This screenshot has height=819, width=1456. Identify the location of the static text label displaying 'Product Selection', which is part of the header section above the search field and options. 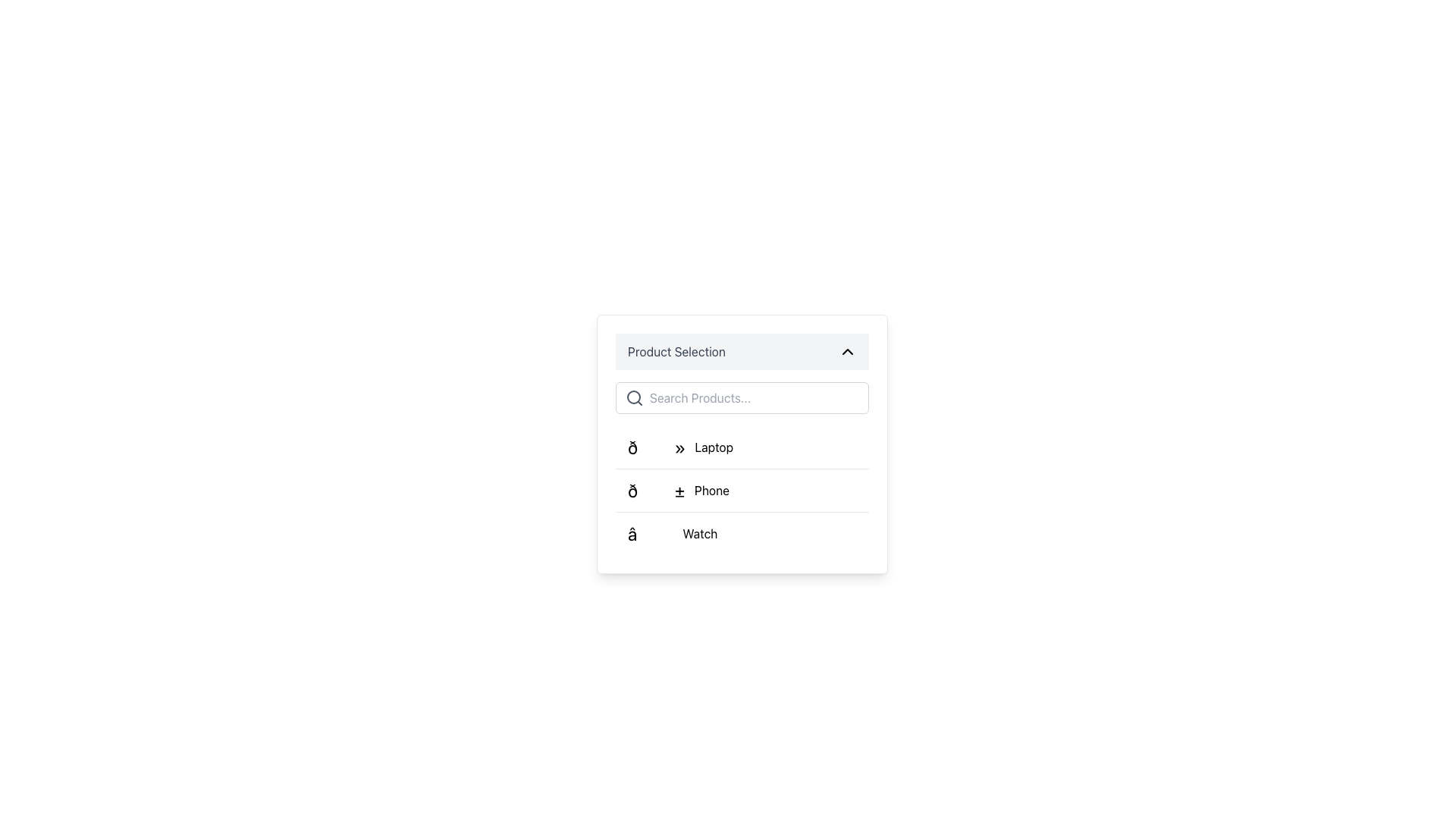
(676, 351).